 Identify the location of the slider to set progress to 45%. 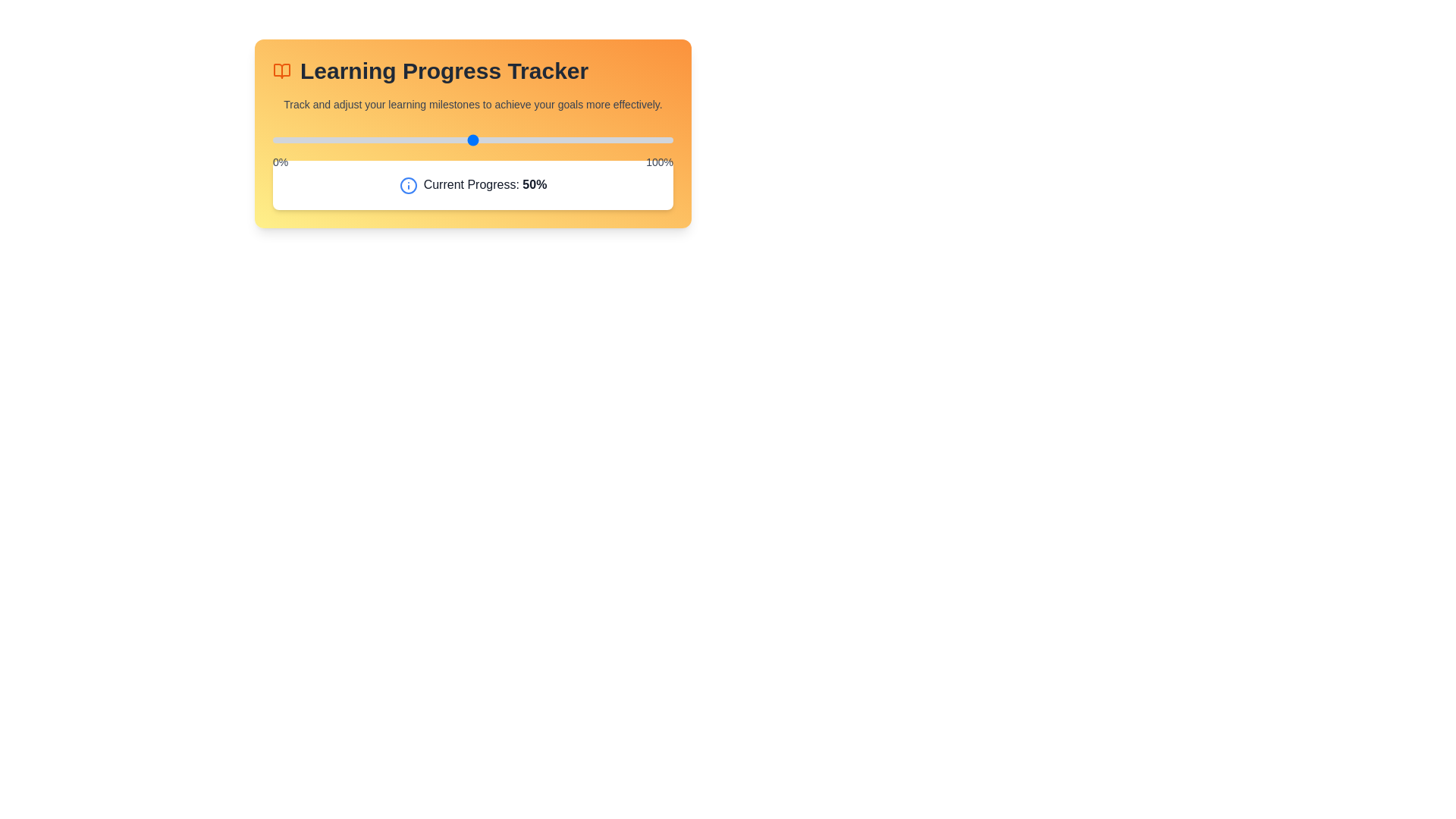
(452, 140).